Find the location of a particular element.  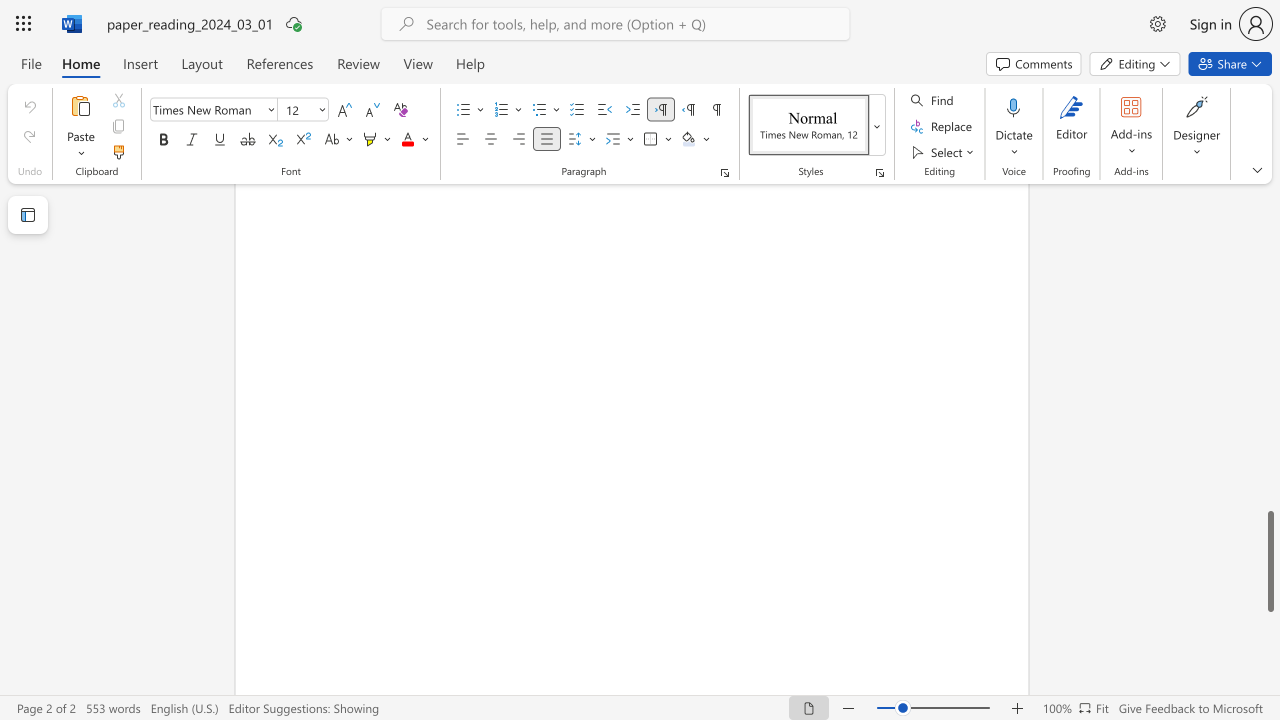

the scrollbar to move the view up is located at coordinates (1269, 270).